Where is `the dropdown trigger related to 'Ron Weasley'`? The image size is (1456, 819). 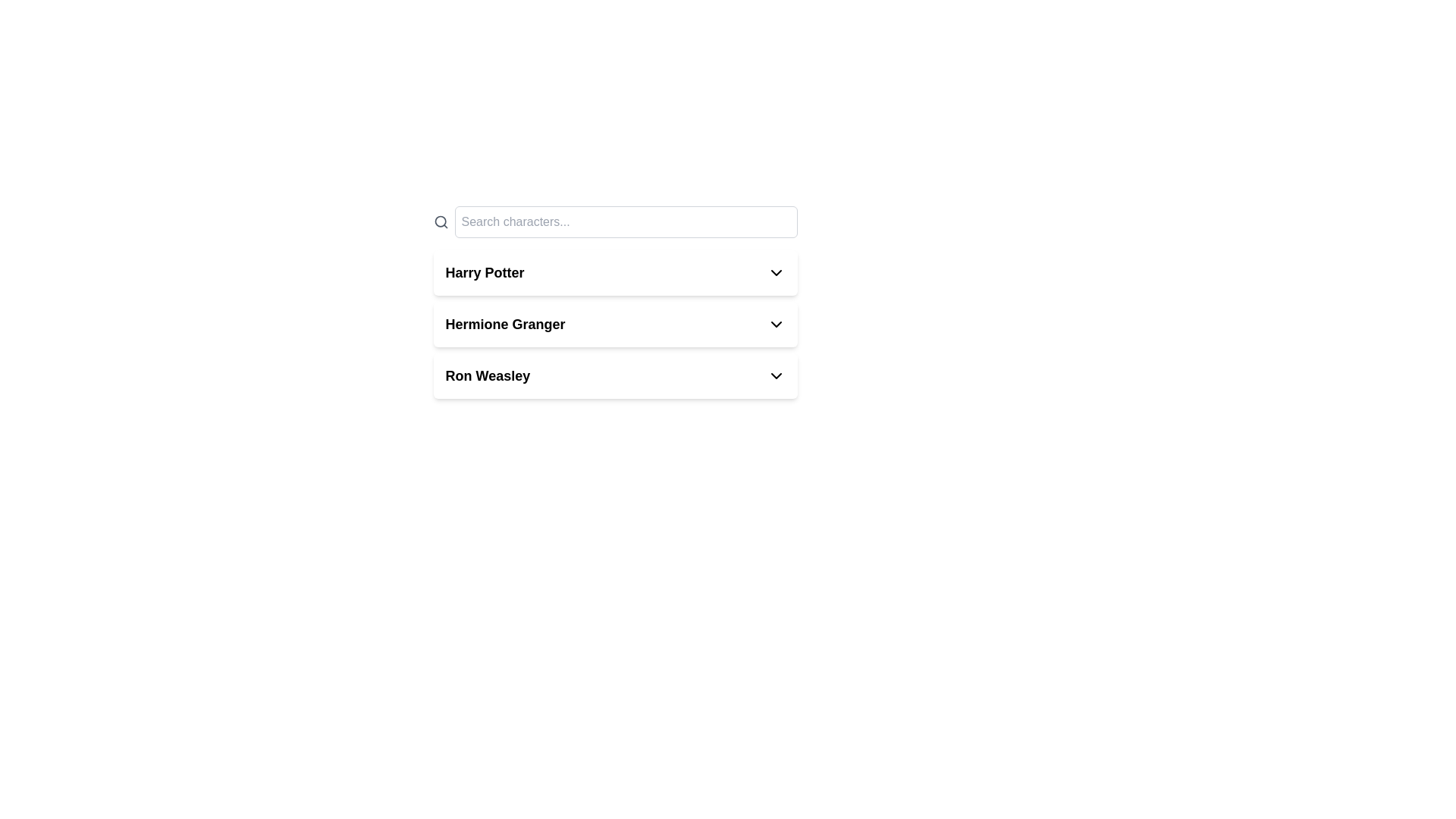
the dropdown trigger related to 'Ron Weasley' is located at coordinates (615, 375).